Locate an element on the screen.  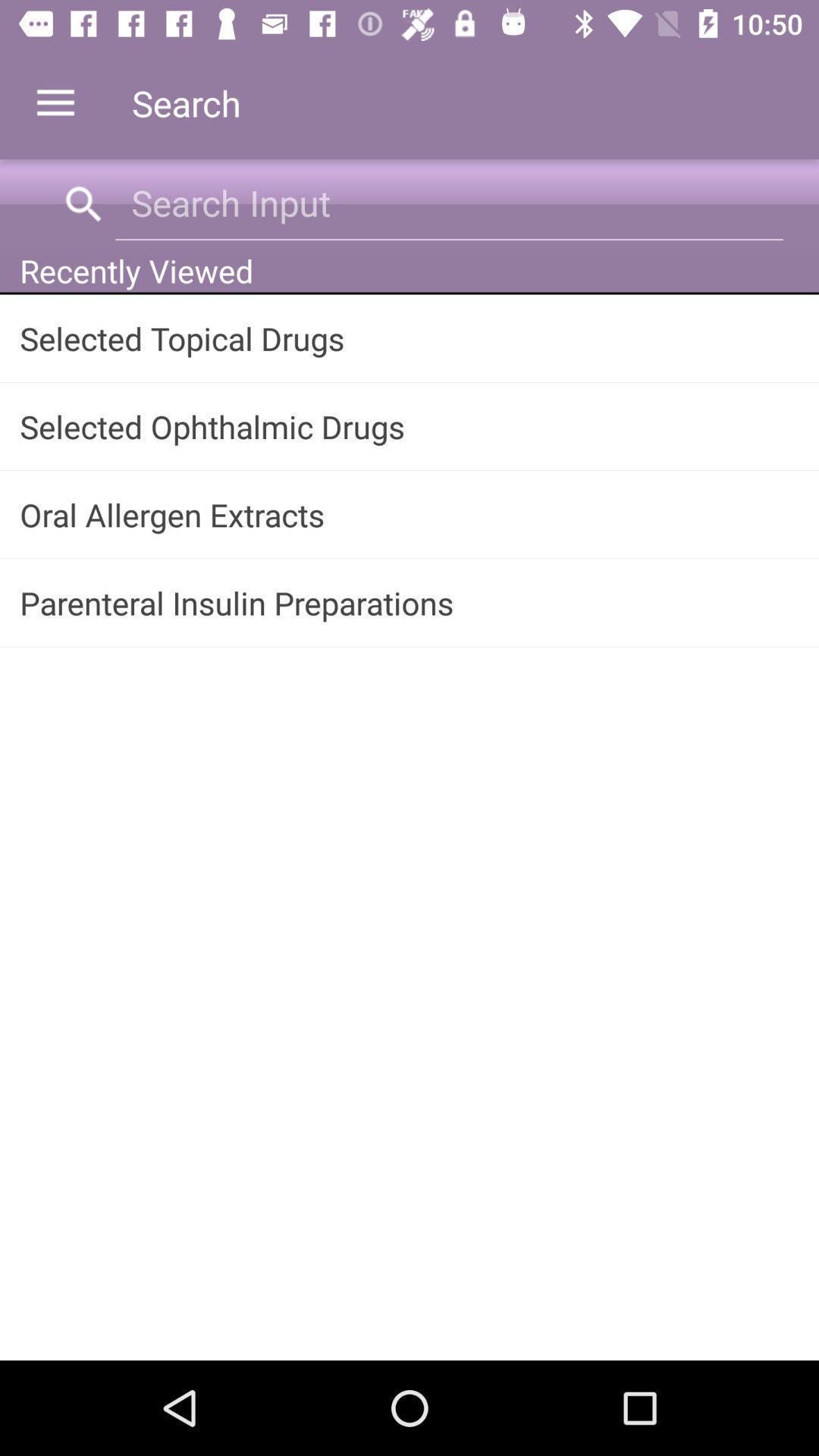
the icon above the selected ophthalmic drugs app is located at coordinates (409, 337).